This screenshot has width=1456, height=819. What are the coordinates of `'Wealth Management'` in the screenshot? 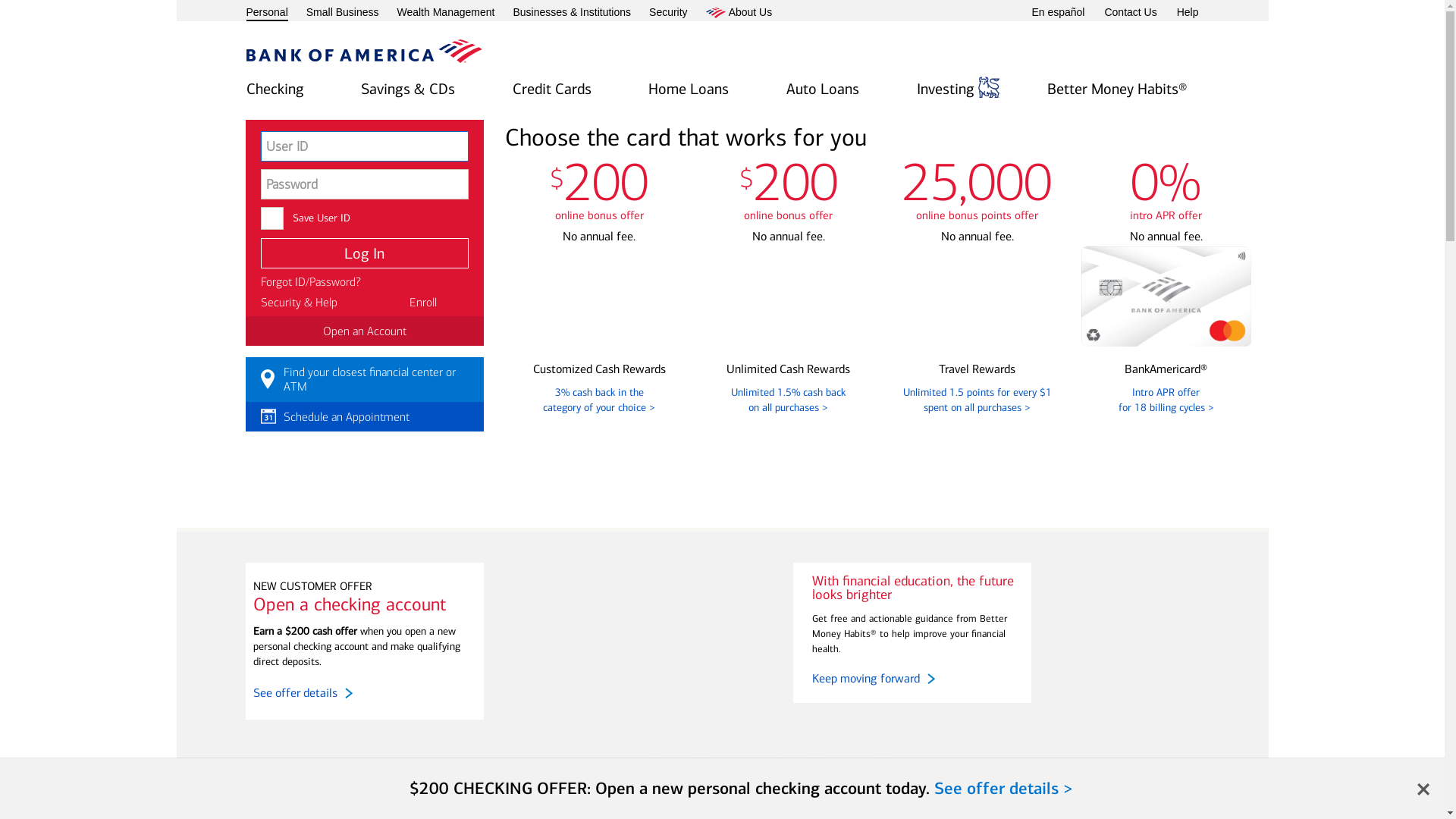 It's located at (444, 12).